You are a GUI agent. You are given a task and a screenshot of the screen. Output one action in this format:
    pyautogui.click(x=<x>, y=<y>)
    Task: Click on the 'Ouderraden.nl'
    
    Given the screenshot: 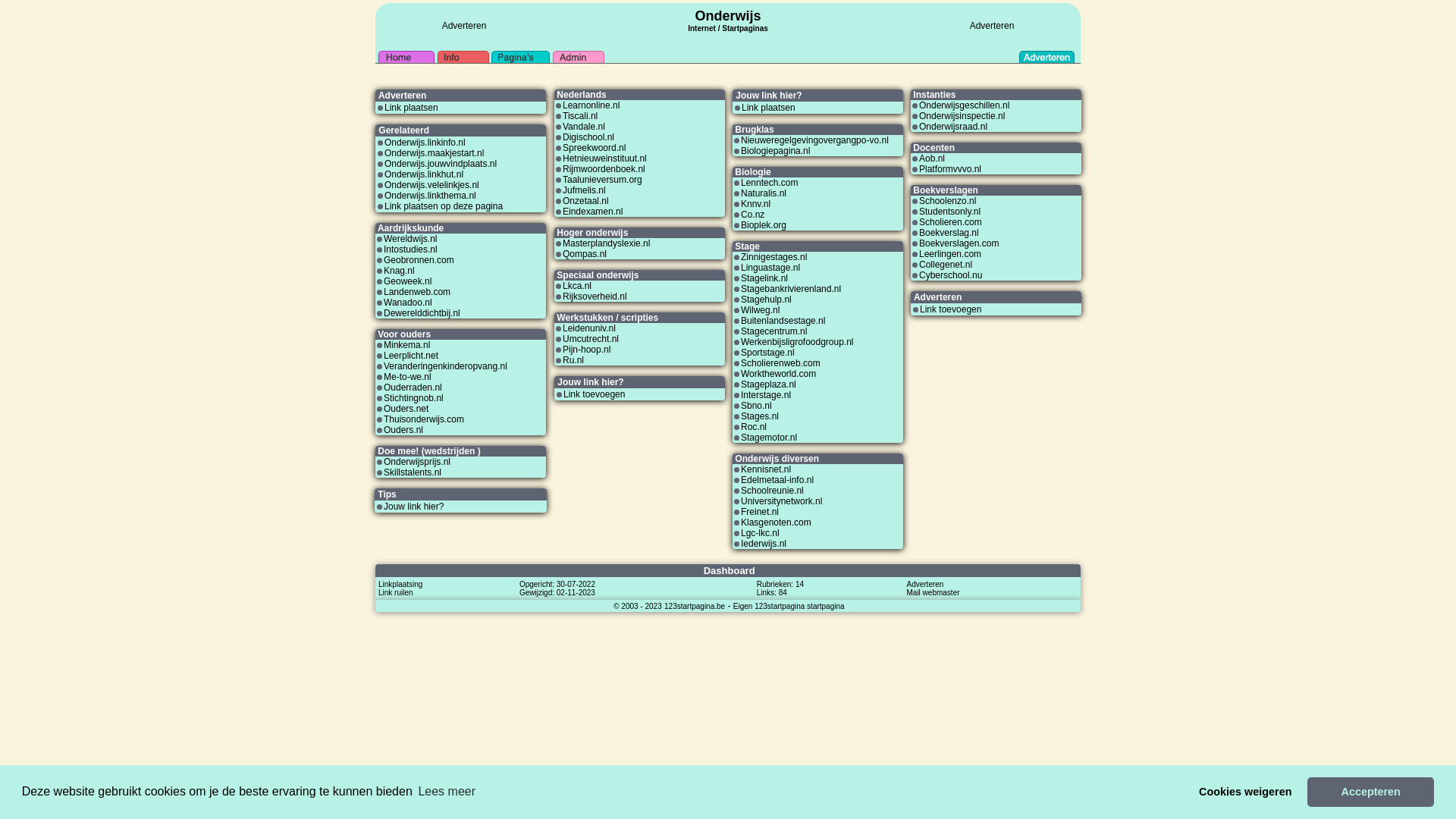 What is the action you would take?
    pyautogui.click(x=383, y=386)
    